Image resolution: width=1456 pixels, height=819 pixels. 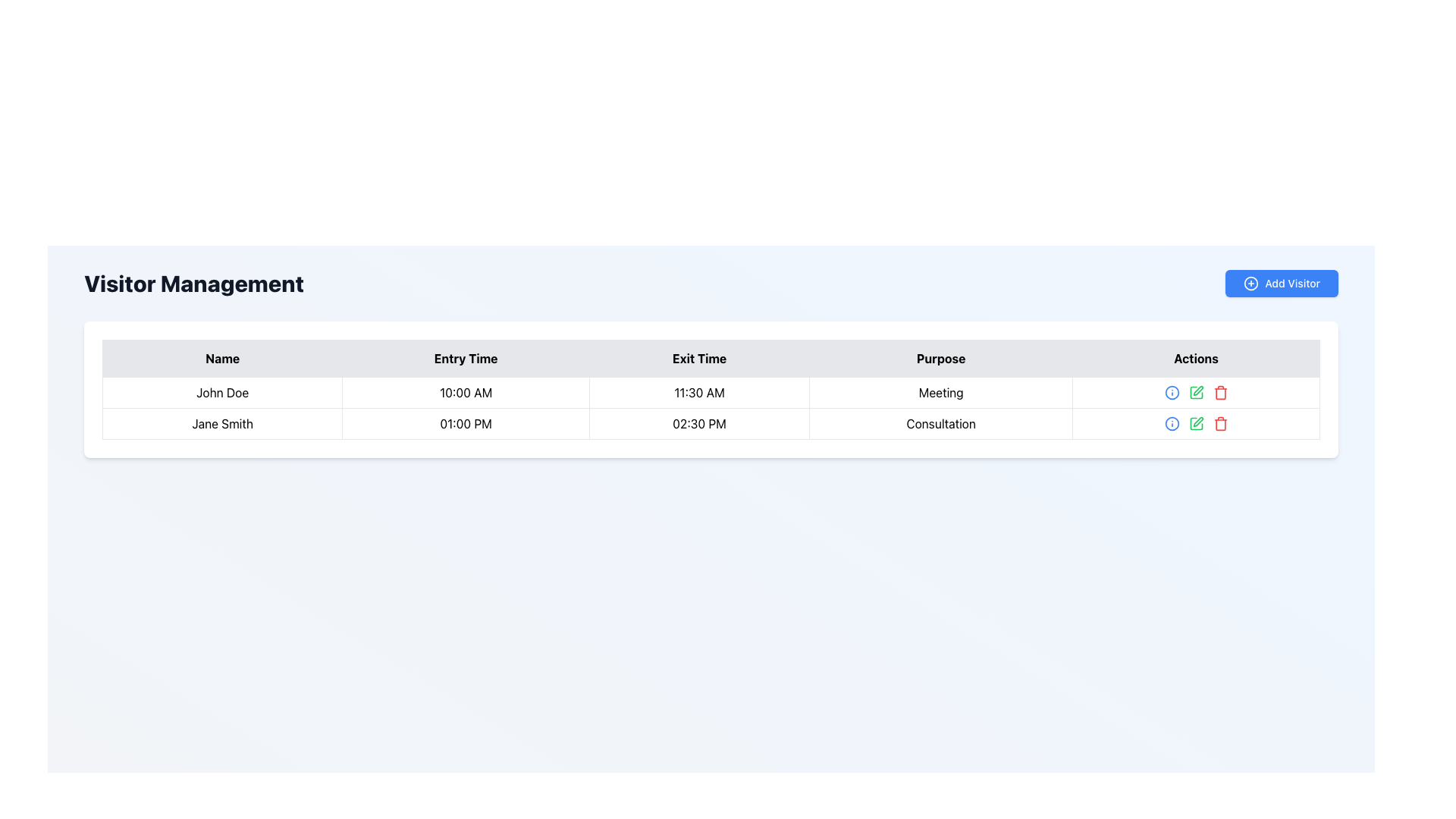 What do you see at coordinates (1280, 284) in the screenshot?
I see `the 'Add Visitor' button, which has a blue background, white text, rounded corners, and an icon of a circle with a plus sign` at bounding box center [1280, 284].